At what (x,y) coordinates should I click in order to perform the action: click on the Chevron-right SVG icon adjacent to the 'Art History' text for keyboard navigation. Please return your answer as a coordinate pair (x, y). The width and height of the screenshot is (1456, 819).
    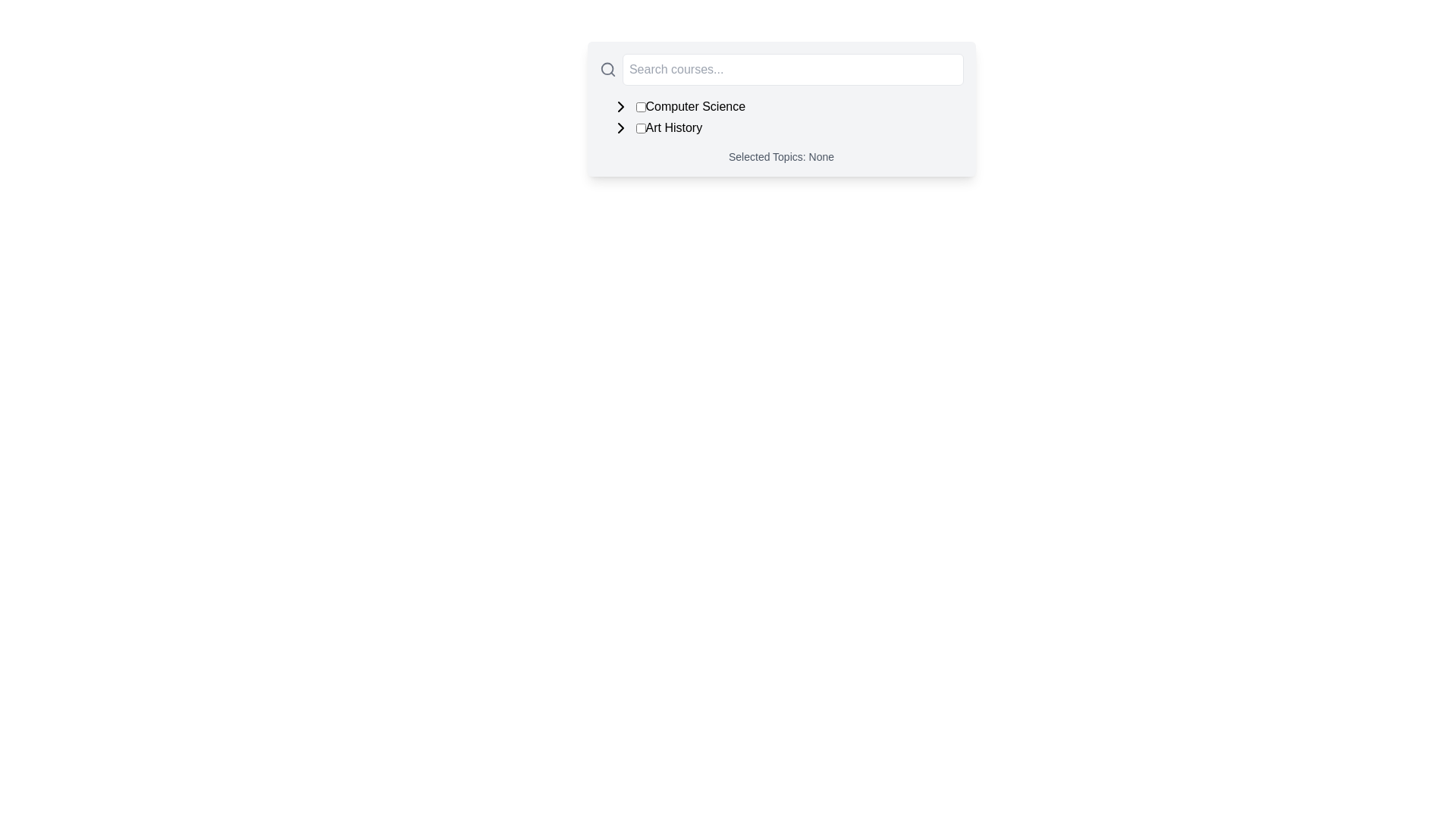
    Looking at the image, I should click on (620, 106).